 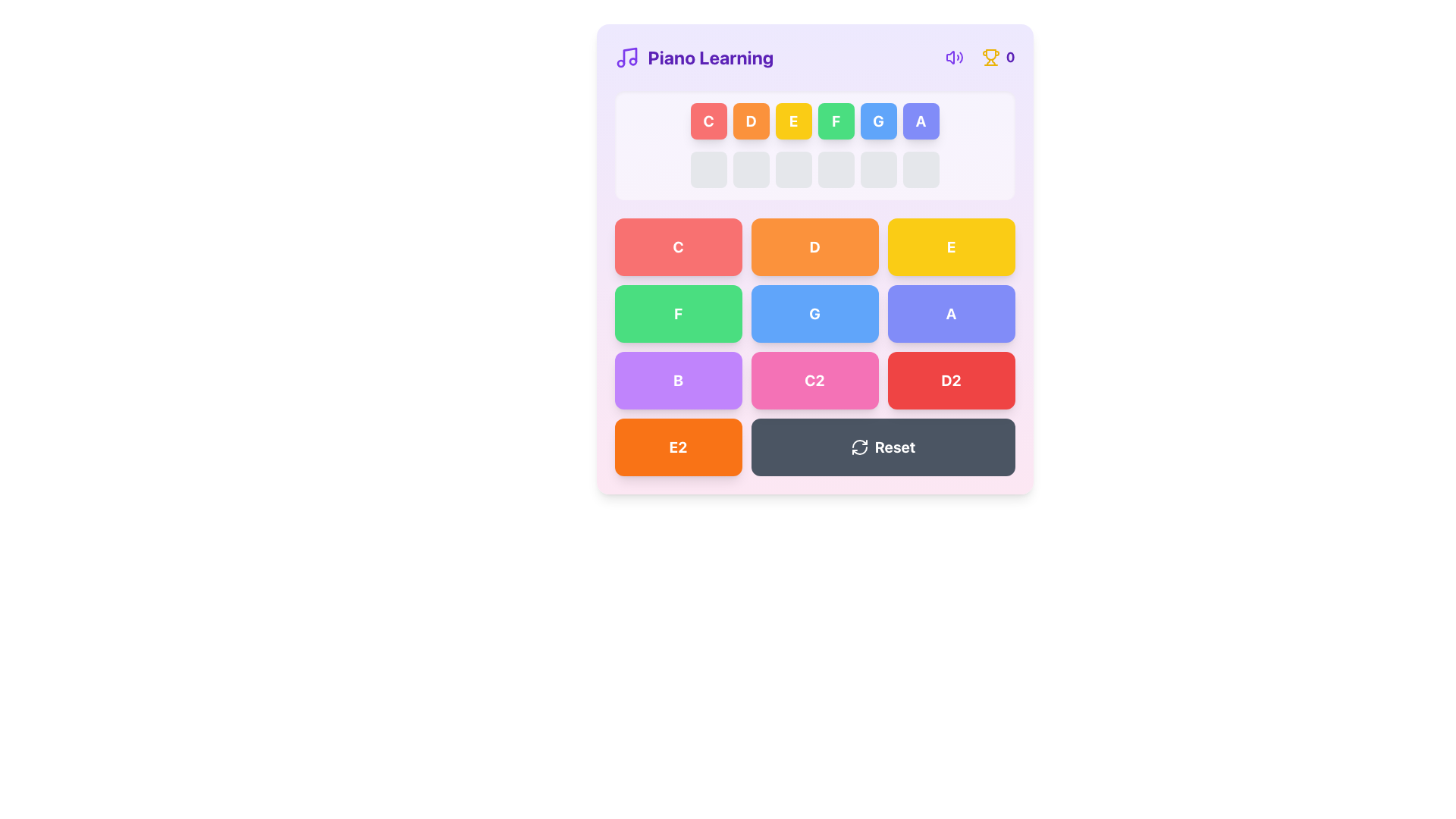 I want to click on the indigo button with a bold white 'A' centered on it, so click(x=950, y=312).